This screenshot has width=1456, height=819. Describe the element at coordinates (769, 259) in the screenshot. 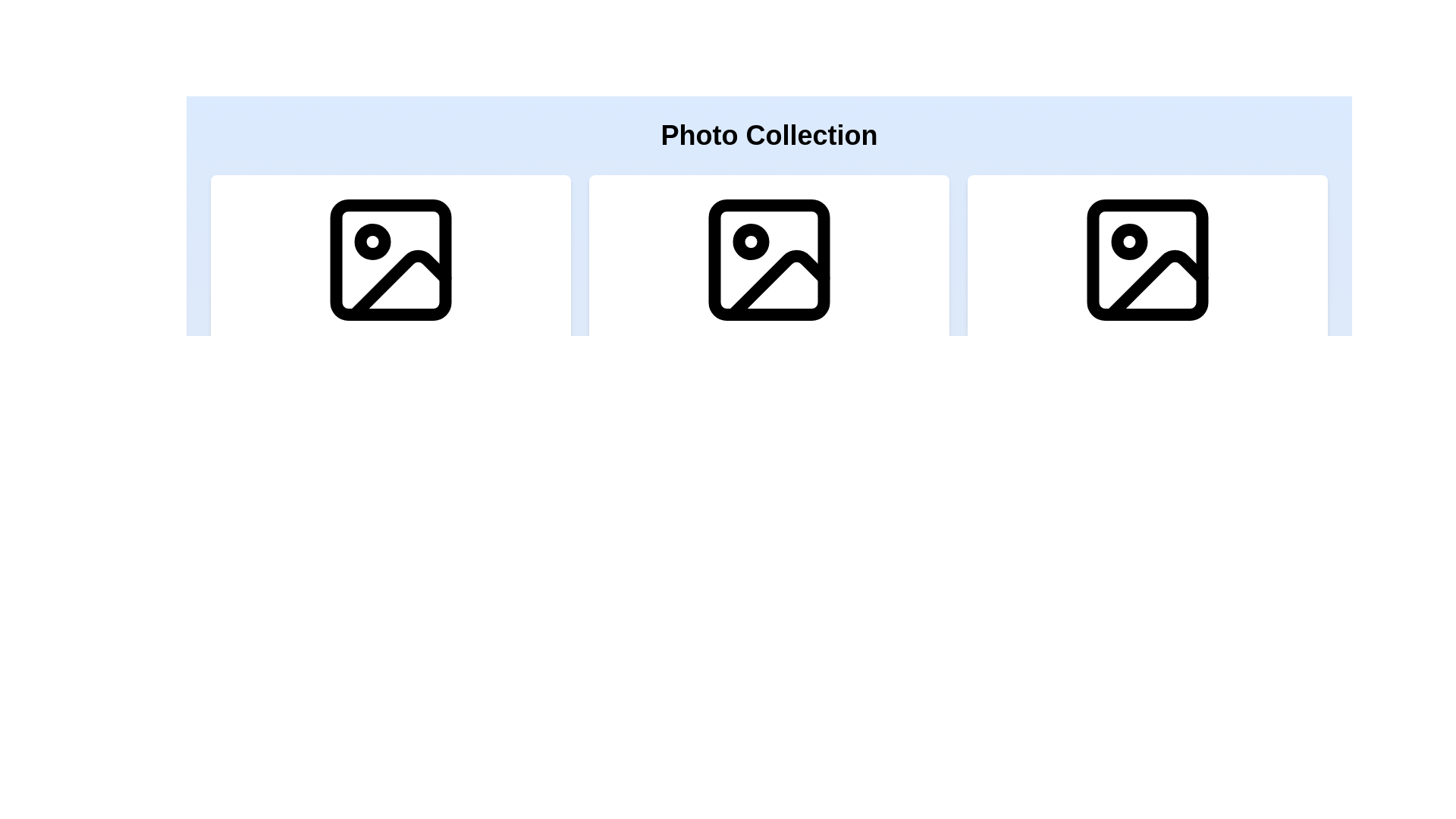

I see `the square frame element located in the middle column of the three-column layout under the 'Photo Collection' title` at that location.